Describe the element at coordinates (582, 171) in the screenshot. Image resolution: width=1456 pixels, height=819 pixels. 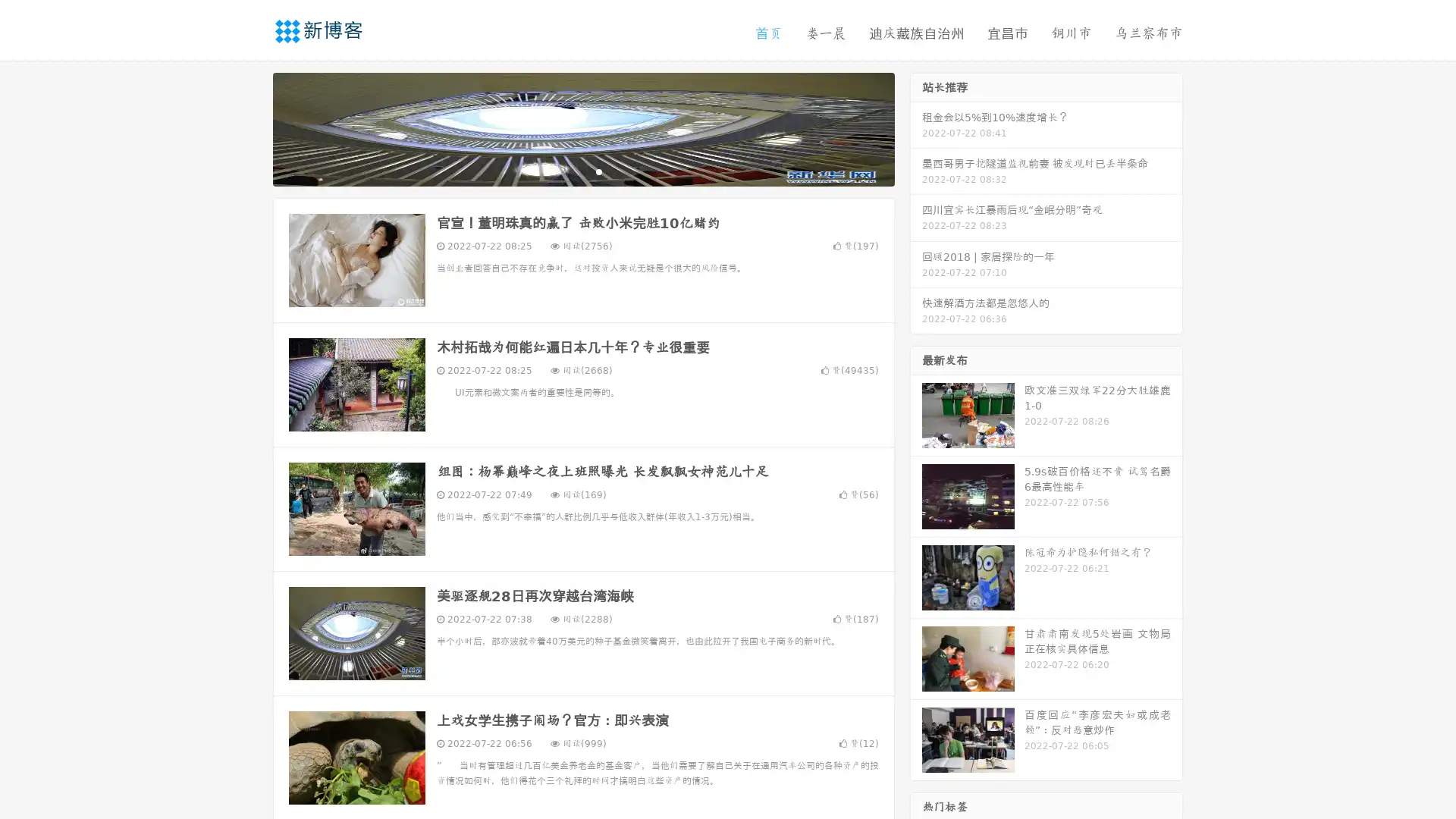
I see `Go to slide 2` at that location.